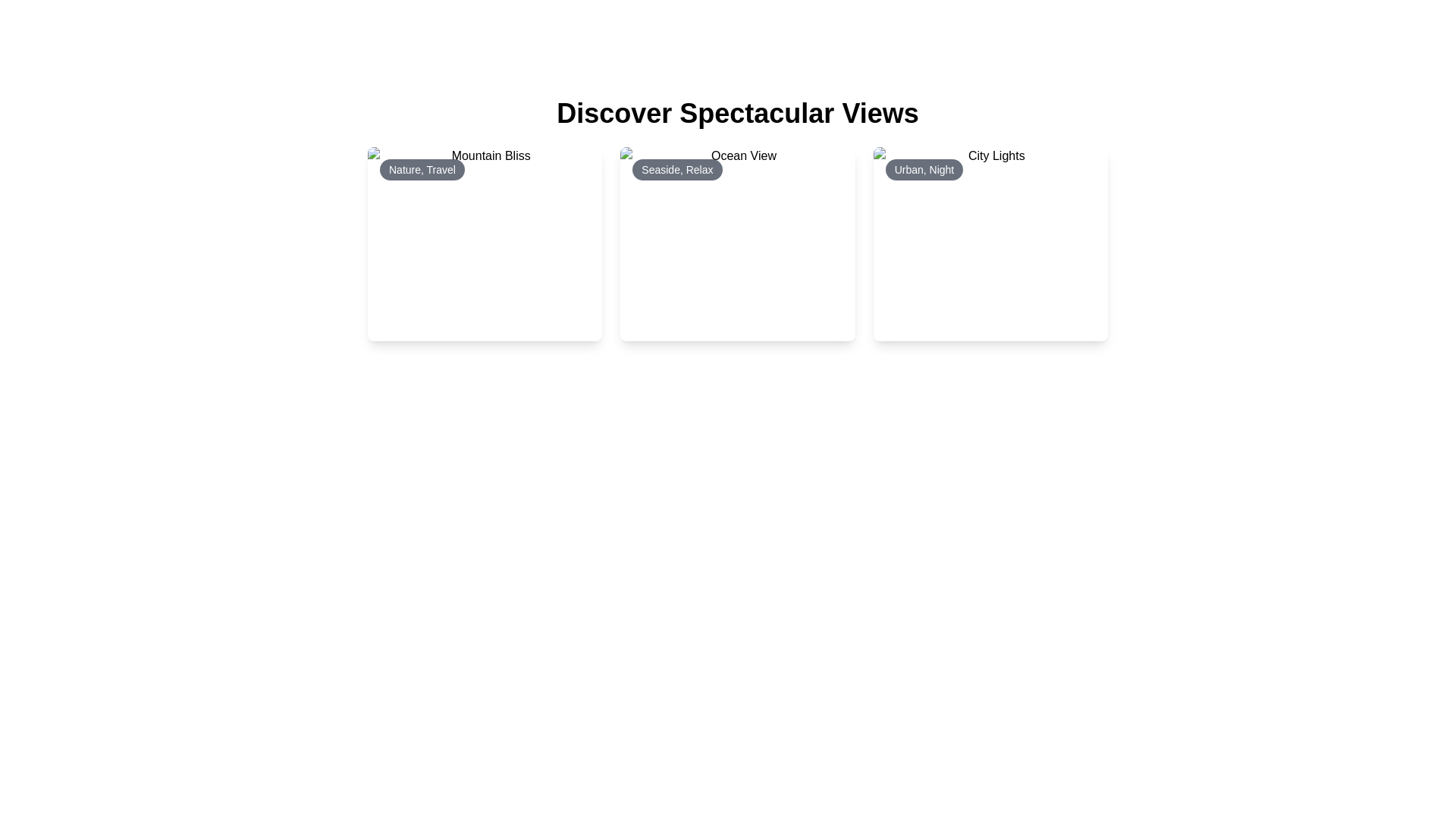 The width and height of the screenshot is (1456, 819). What do you see at coordinates (990, 243) in the screenshot?
I see `the rightmost card in the grid layout that represents a category related to urban settings at night with city lights` at bounding box center [990, 243].